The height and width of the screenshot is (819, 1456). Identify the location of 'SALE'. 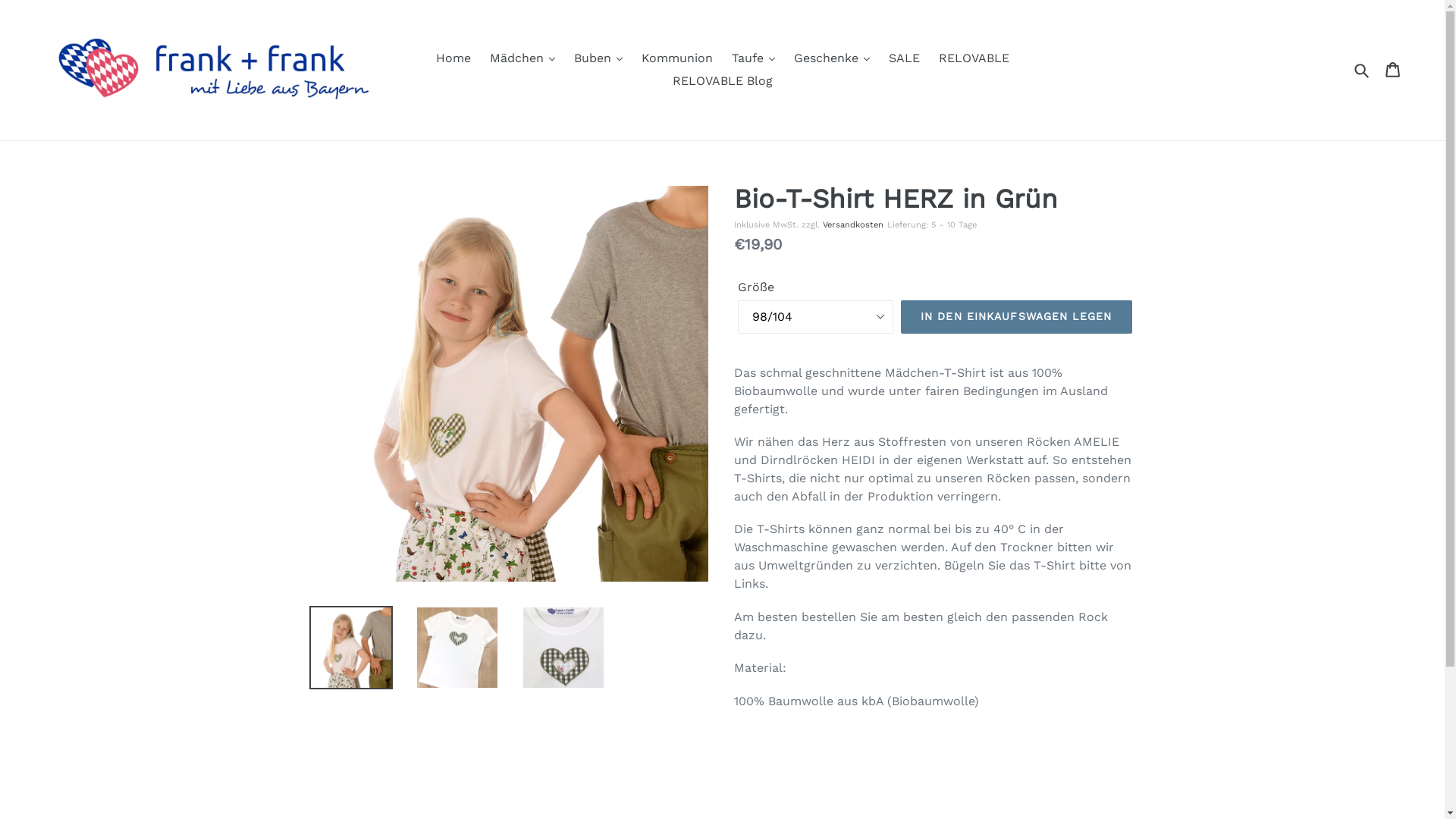
(904, 58).